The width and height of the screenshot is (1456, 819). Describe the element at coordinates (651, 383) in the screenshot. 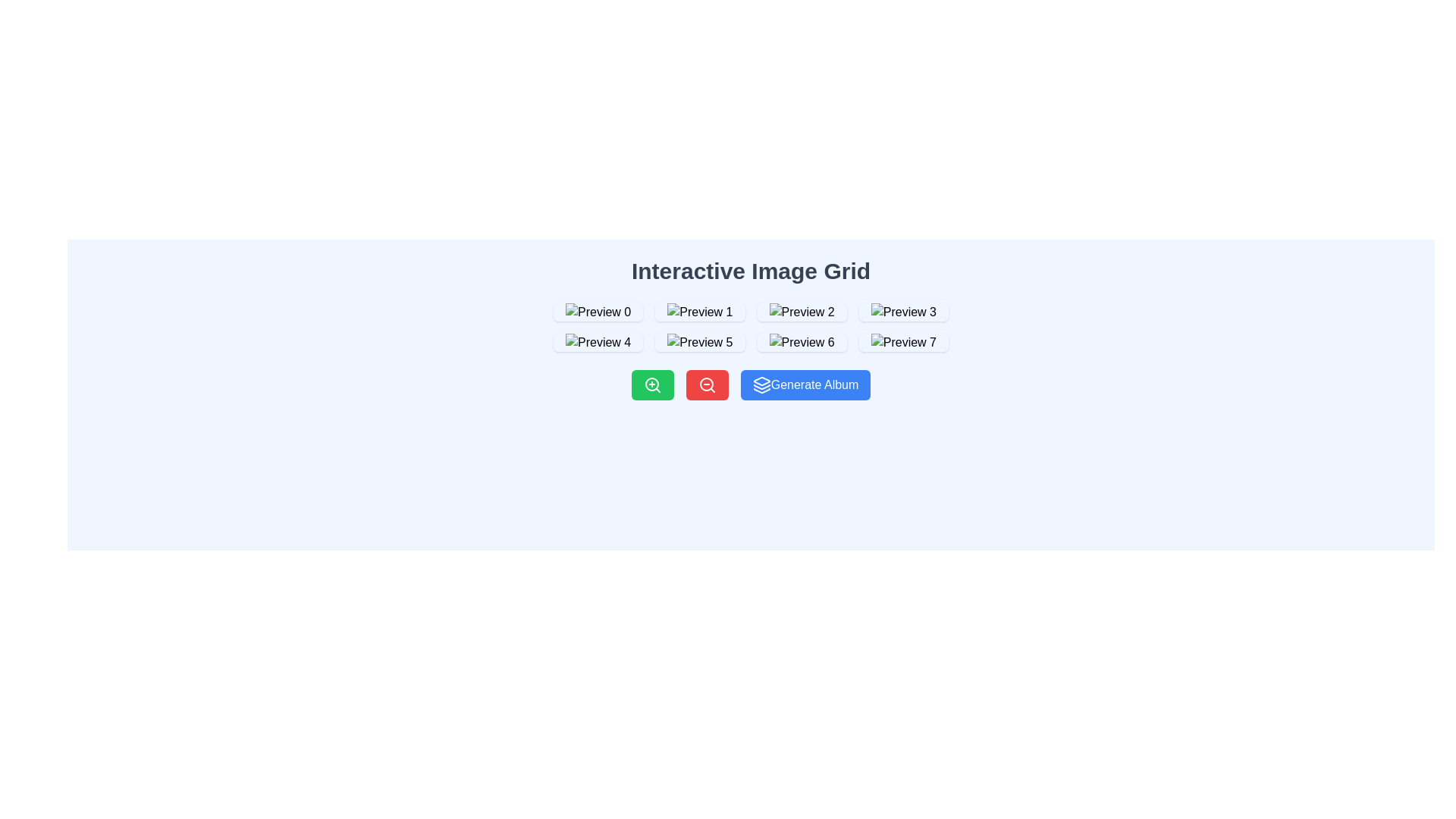

I see `the circular vector graphic representing the zoom-in function, which is part of the green circular toolbar button located in the middle row of the webpage` at that location.